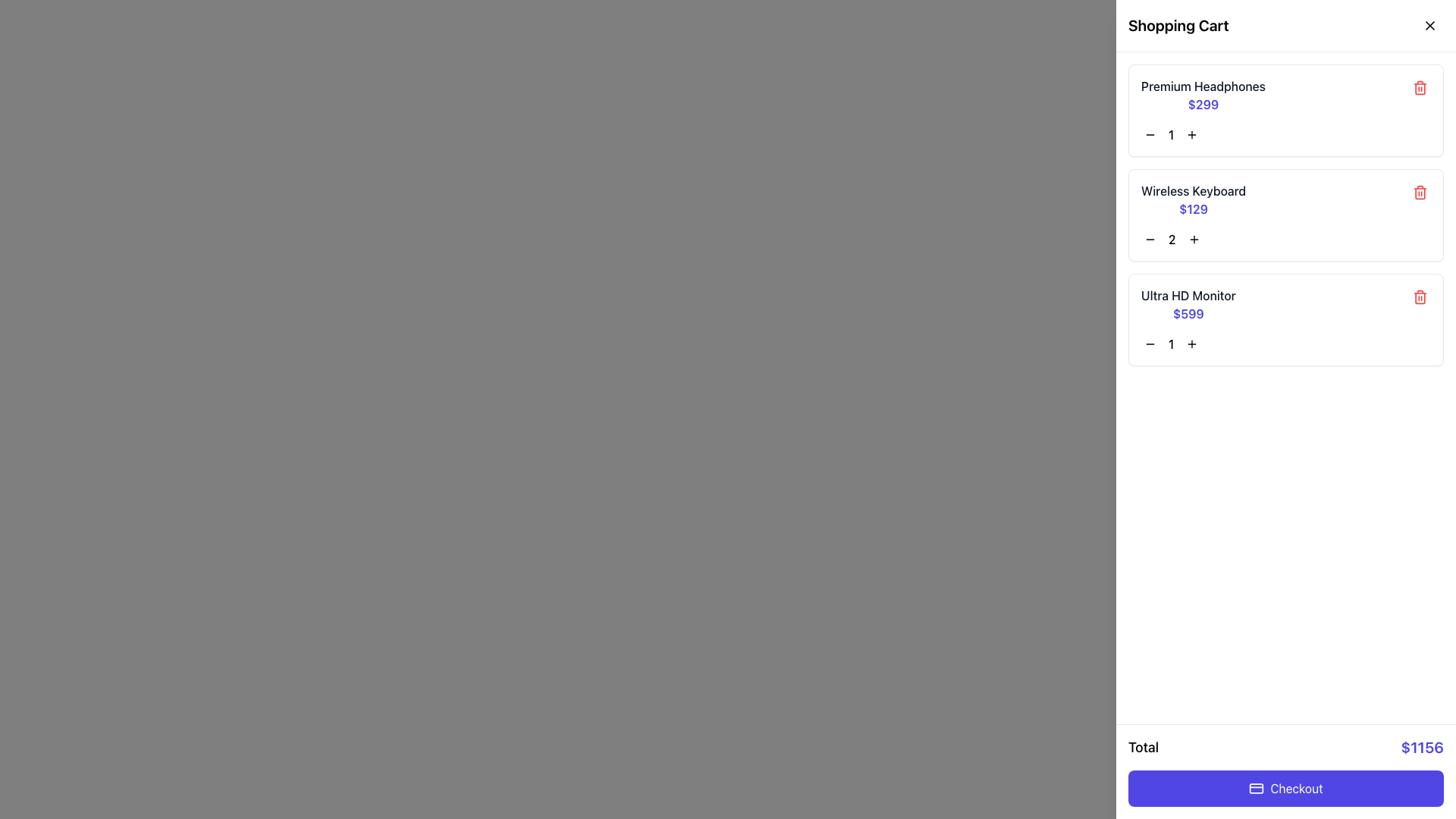  What do you see at coordinates (1191, 133) in the screenshot?
I see `the plus-shaped icon within the circular button located in the first product card of the shopping cart section` at bounding box center [1191, 133].